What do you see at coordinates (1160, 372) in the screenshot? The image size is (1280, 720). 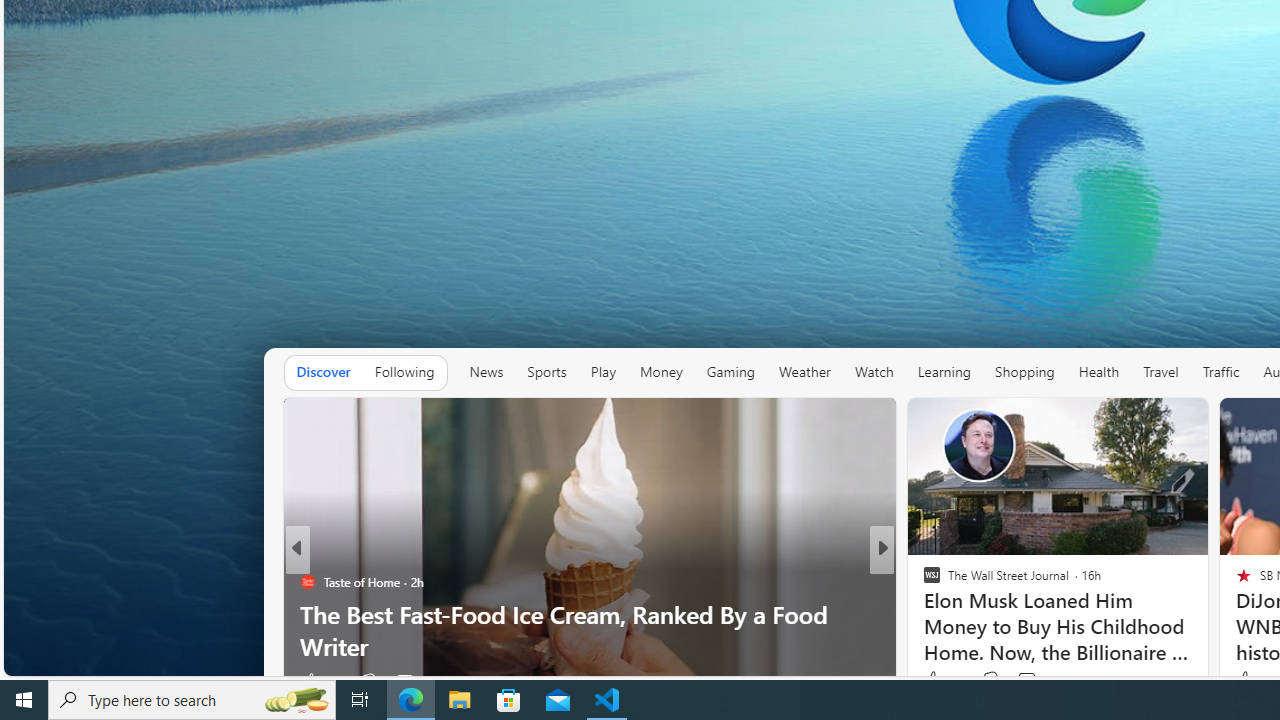 I see `'Travel'` at bounding box center [1160, 372].